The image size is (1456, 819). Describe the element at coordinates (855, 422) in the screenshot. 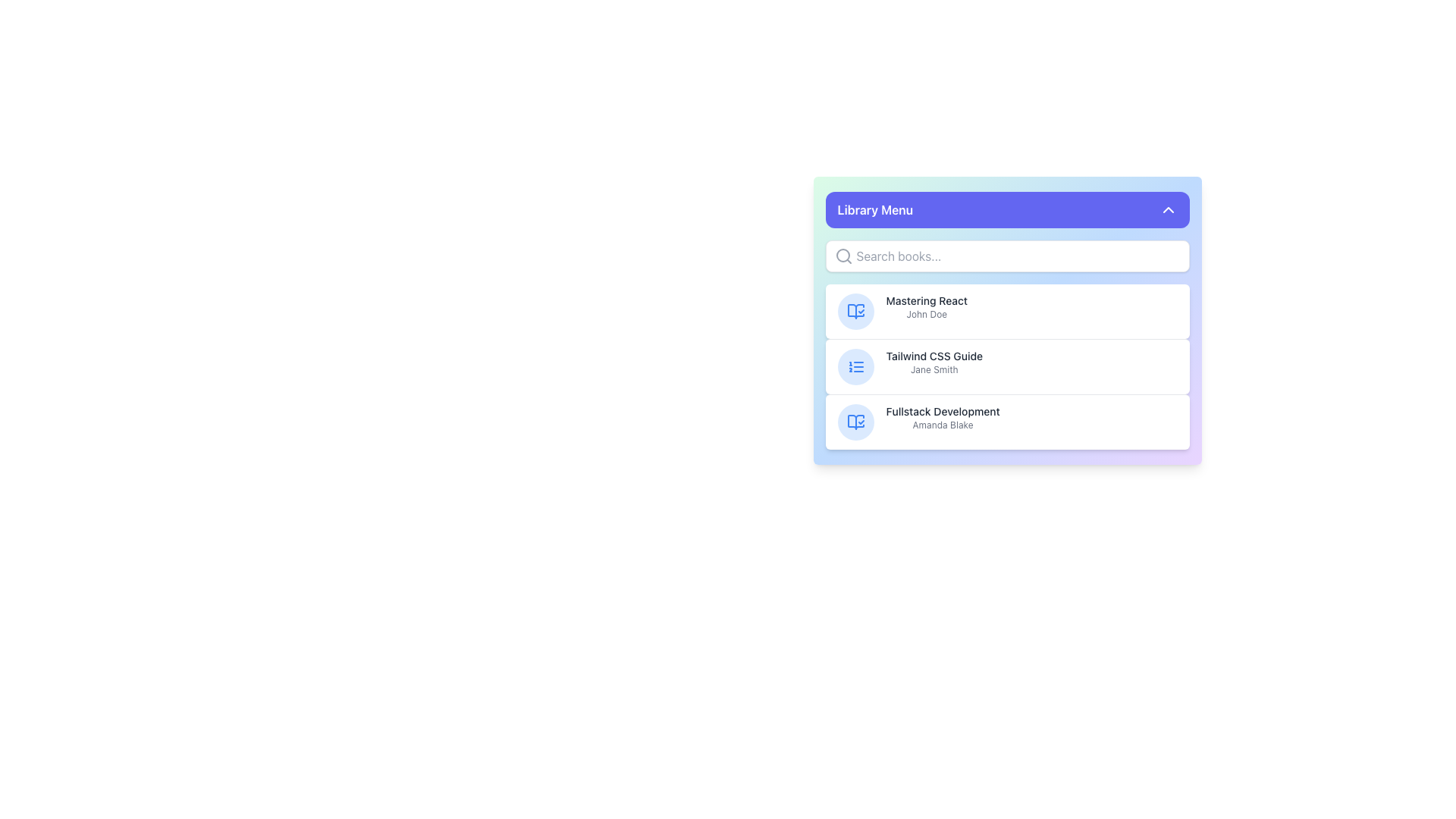

I see `the visual indicator icon associated with the book entry 'Mastering React'` at that location.